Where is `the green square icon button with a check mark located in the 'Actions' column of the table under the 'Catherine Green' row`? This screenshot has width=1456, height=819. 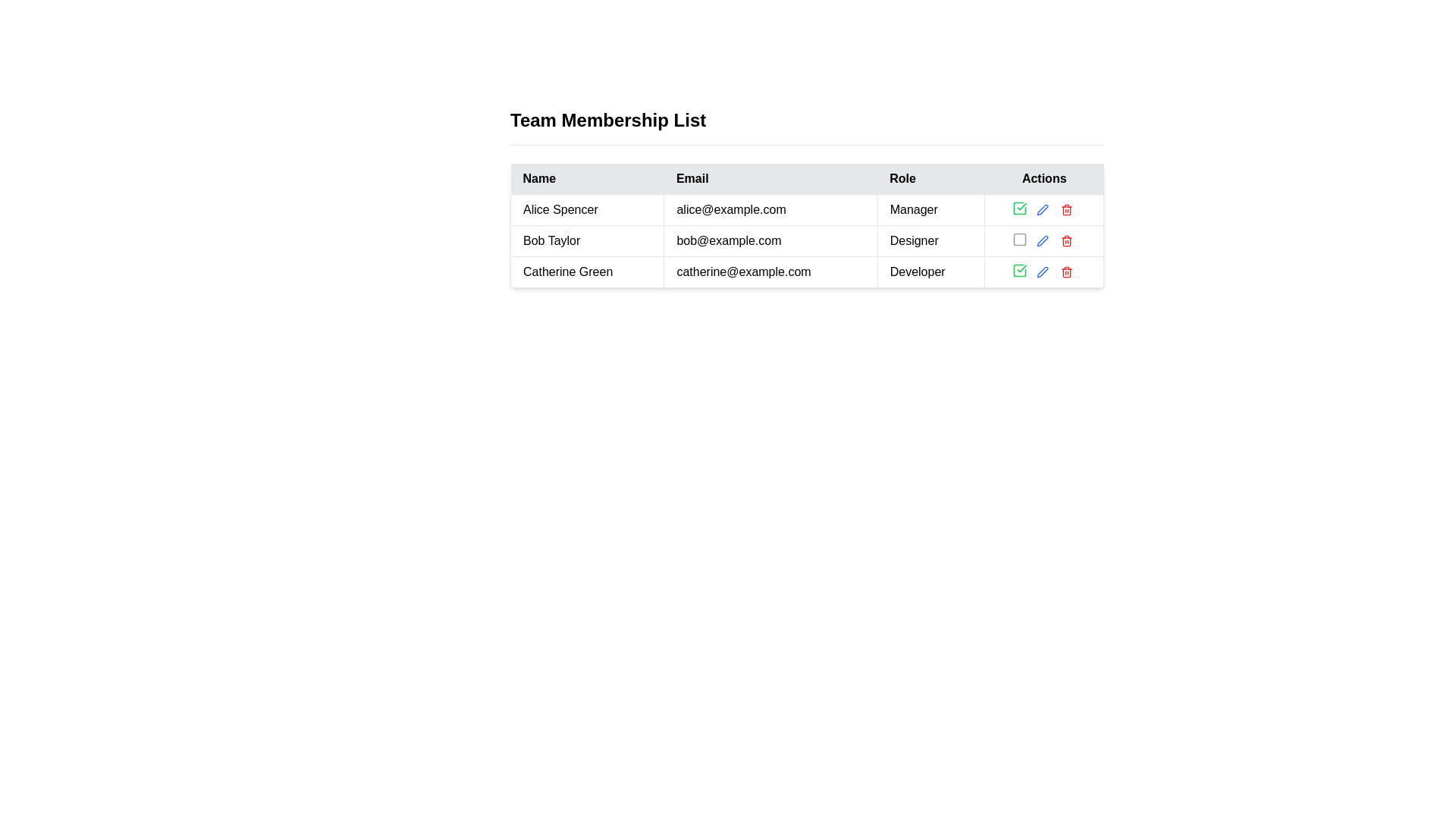 the green square icon button with a check mark located in the 'Actions' column of the table under the 'Catherine Green' row is located at coordinates (1020, 270).